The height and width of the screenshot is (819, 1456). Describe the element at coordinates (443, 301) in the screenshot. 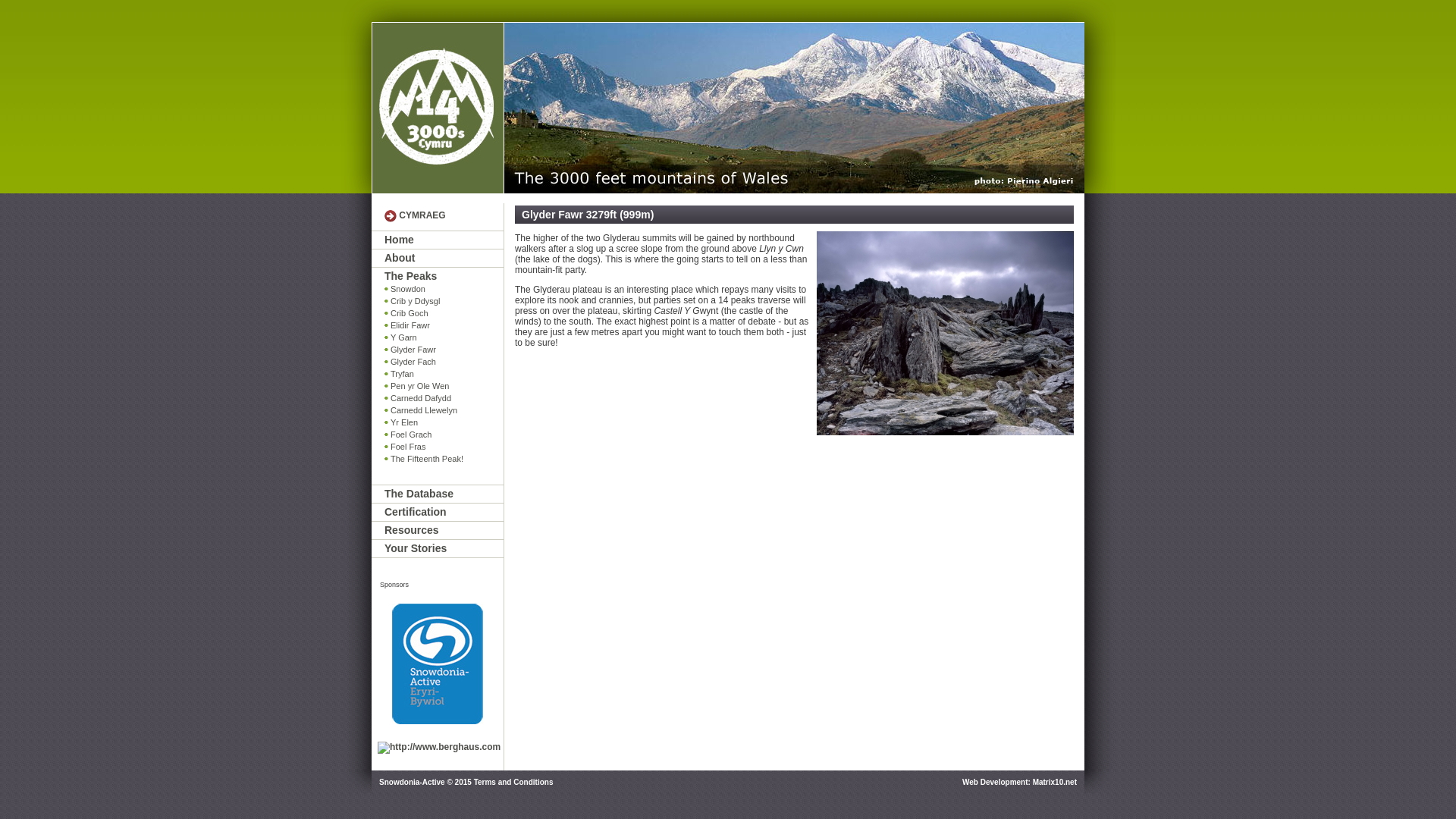

I see `'Crib y Ddysgl'` at that location.